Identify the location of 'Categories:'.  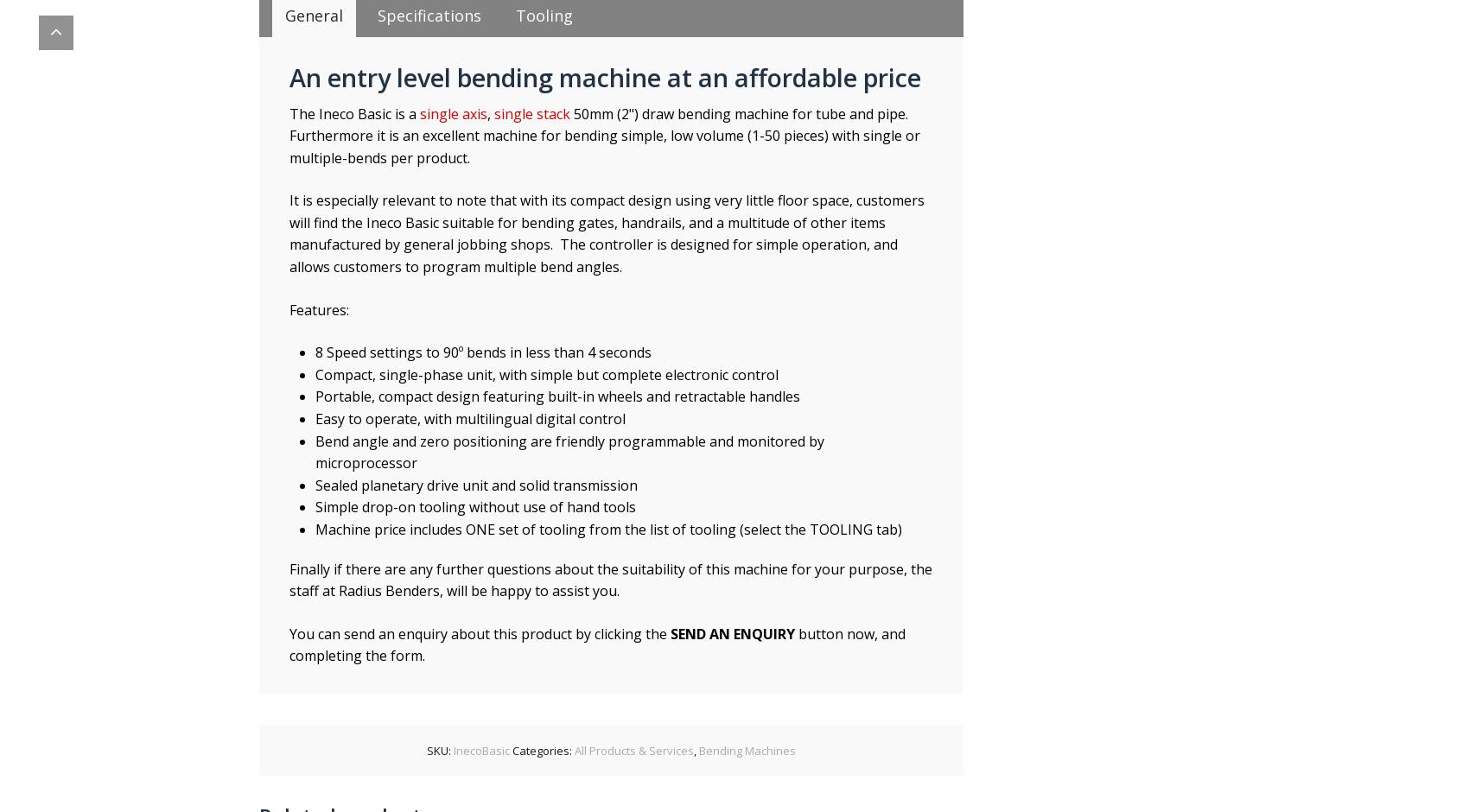
(543, 751).